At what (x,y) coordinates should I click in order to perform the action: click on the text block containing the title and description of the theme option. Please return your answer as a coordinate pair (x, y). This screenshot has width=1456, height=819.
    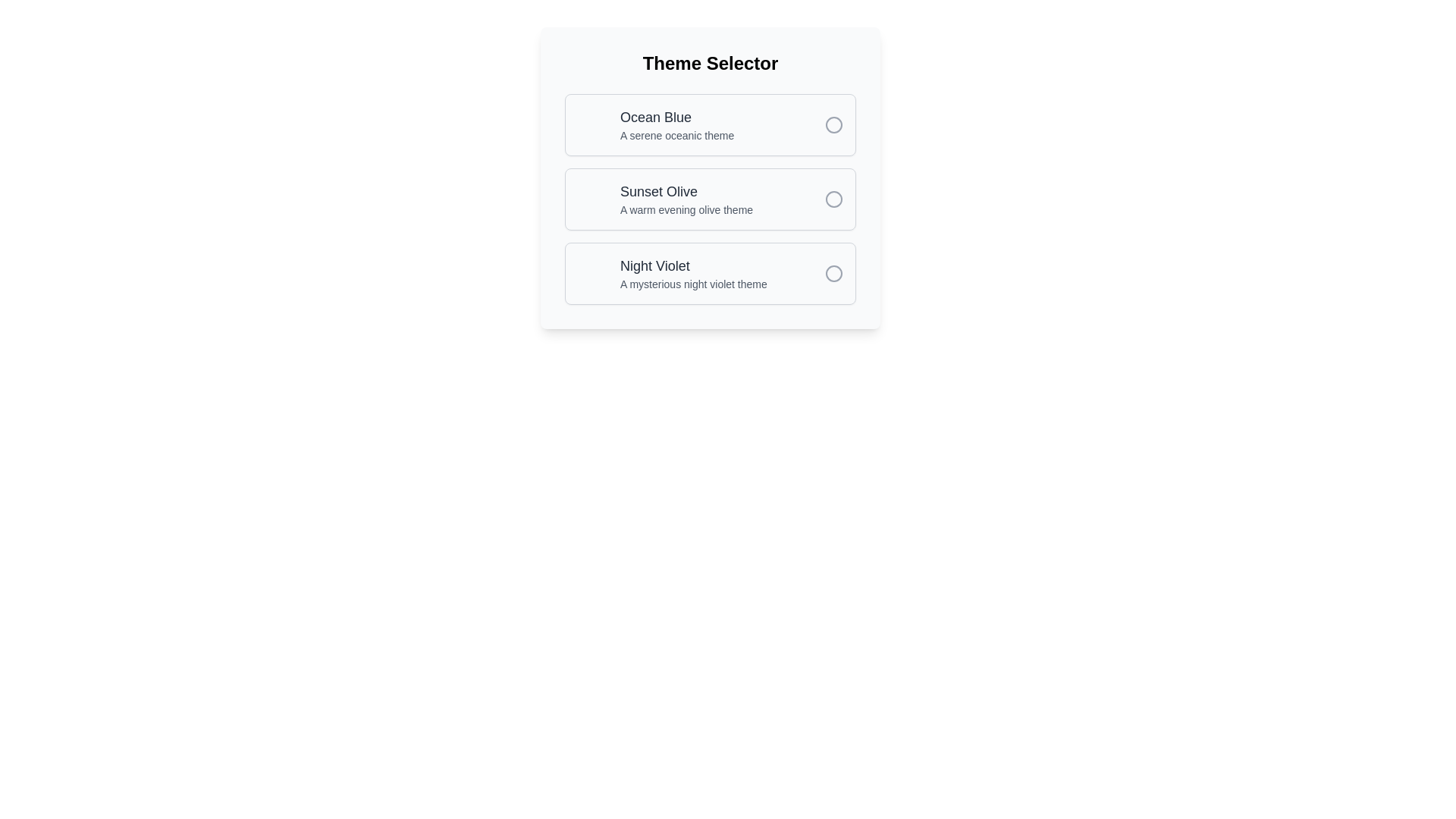
    Looking at the image, I should click on (692, 274).